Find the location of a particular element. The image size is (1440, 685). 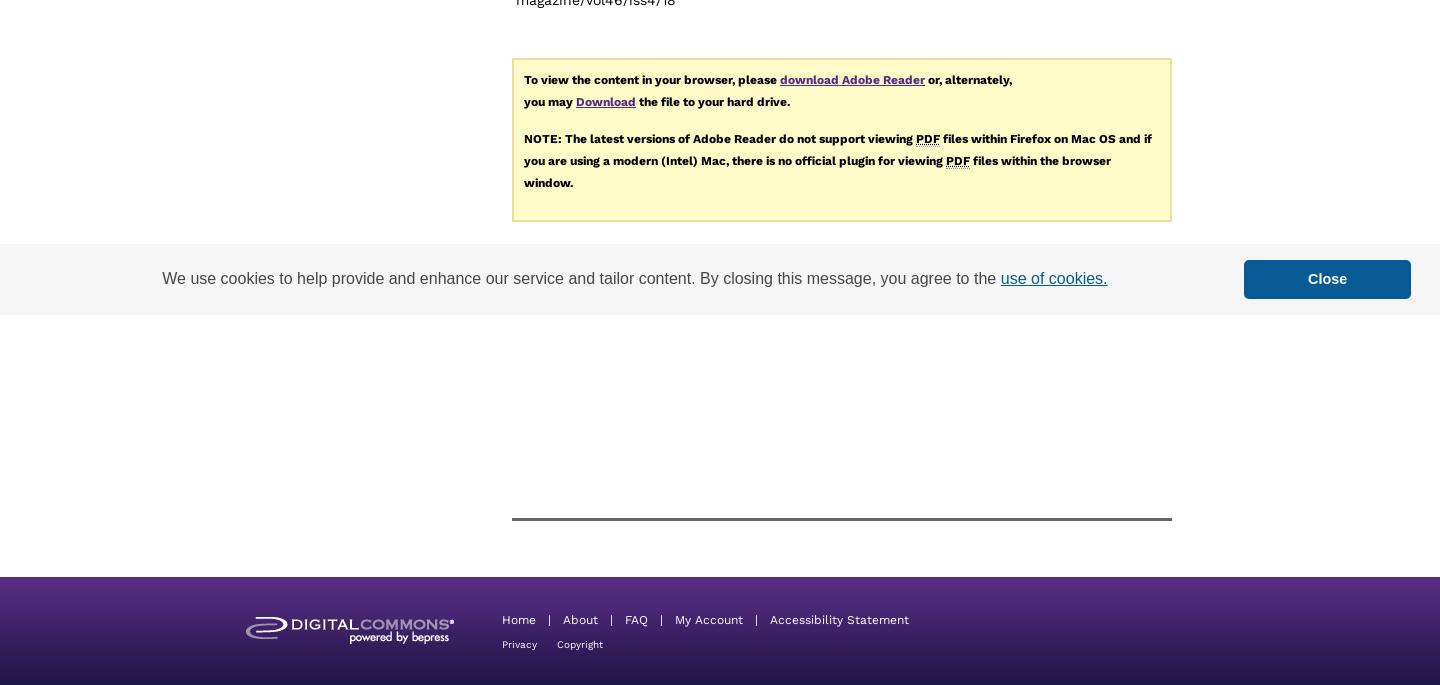

'Download' is located at coordinates (604, 100).